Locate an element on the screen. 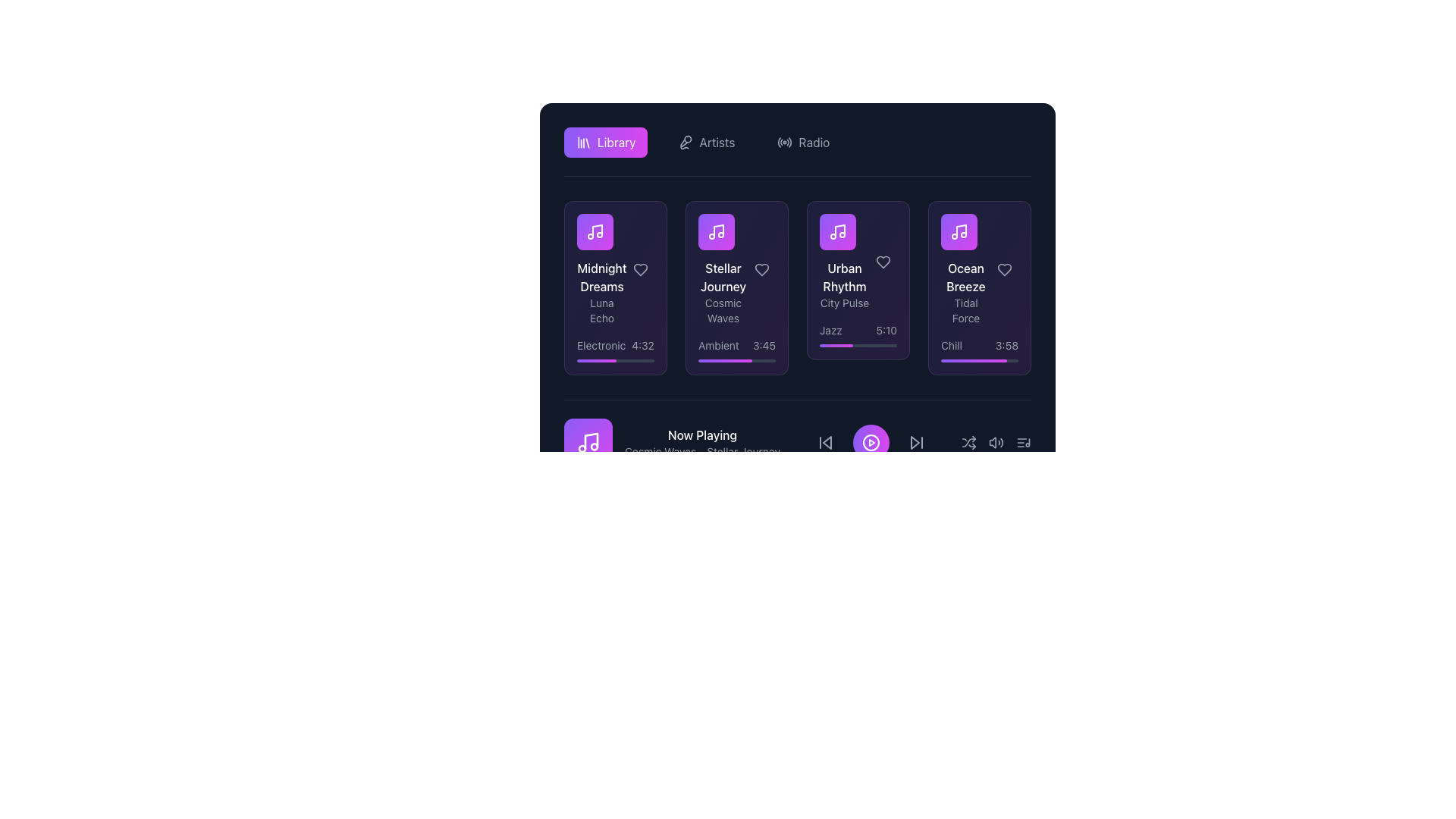 This screenshot has height=819, width=1456. the text label 'Urban Rhythm' which is vertically arranged with 'City Pulse' below it, located in the middle of a card below the purple musical icon and above the heart-shaped button is located at coordinates (858, 262).